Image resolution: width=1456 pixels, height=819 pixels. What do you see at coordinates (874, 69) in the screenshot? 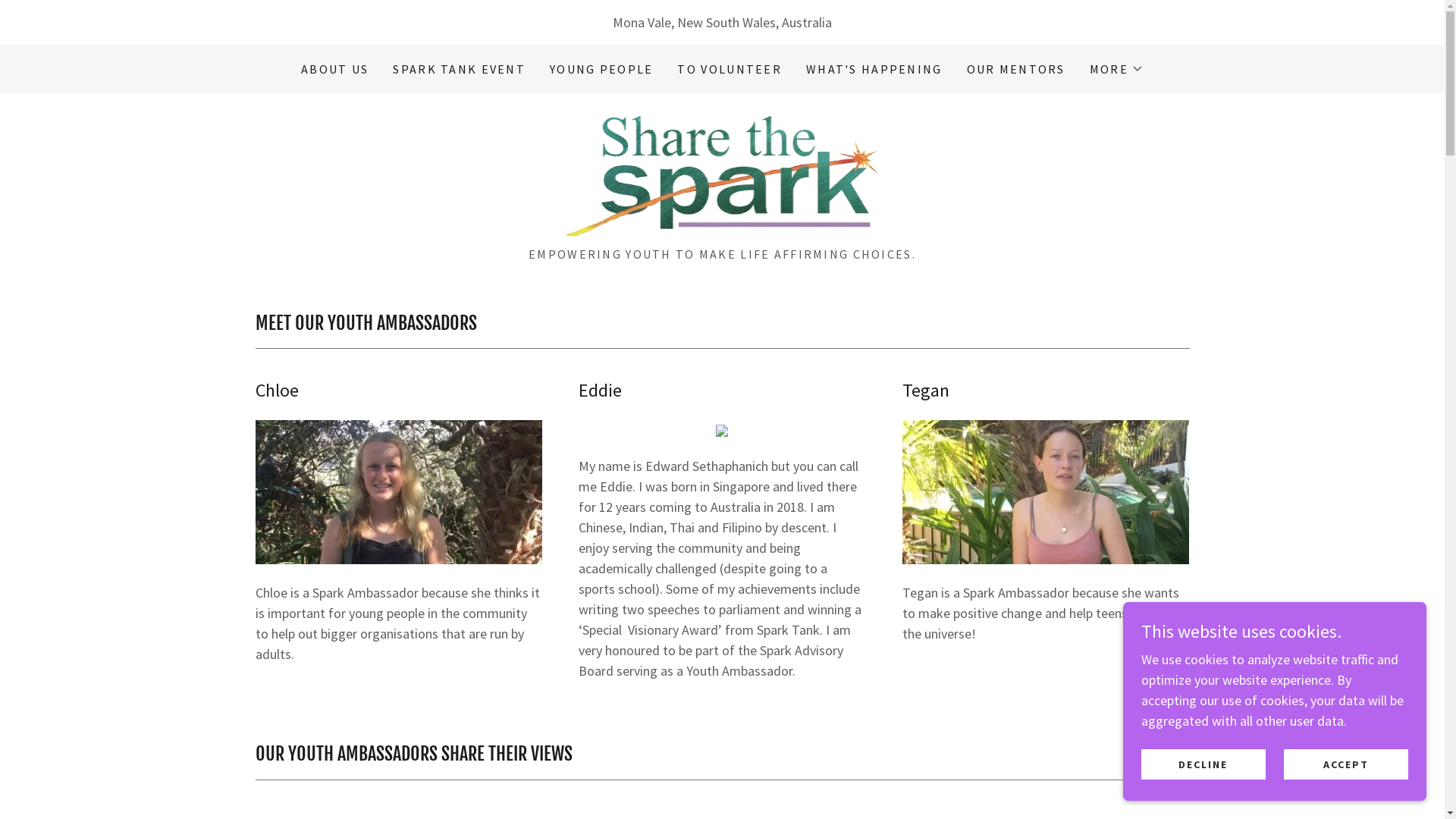
I see `'WHAT'S HAPPENING'` at bounding box center [874, 69].